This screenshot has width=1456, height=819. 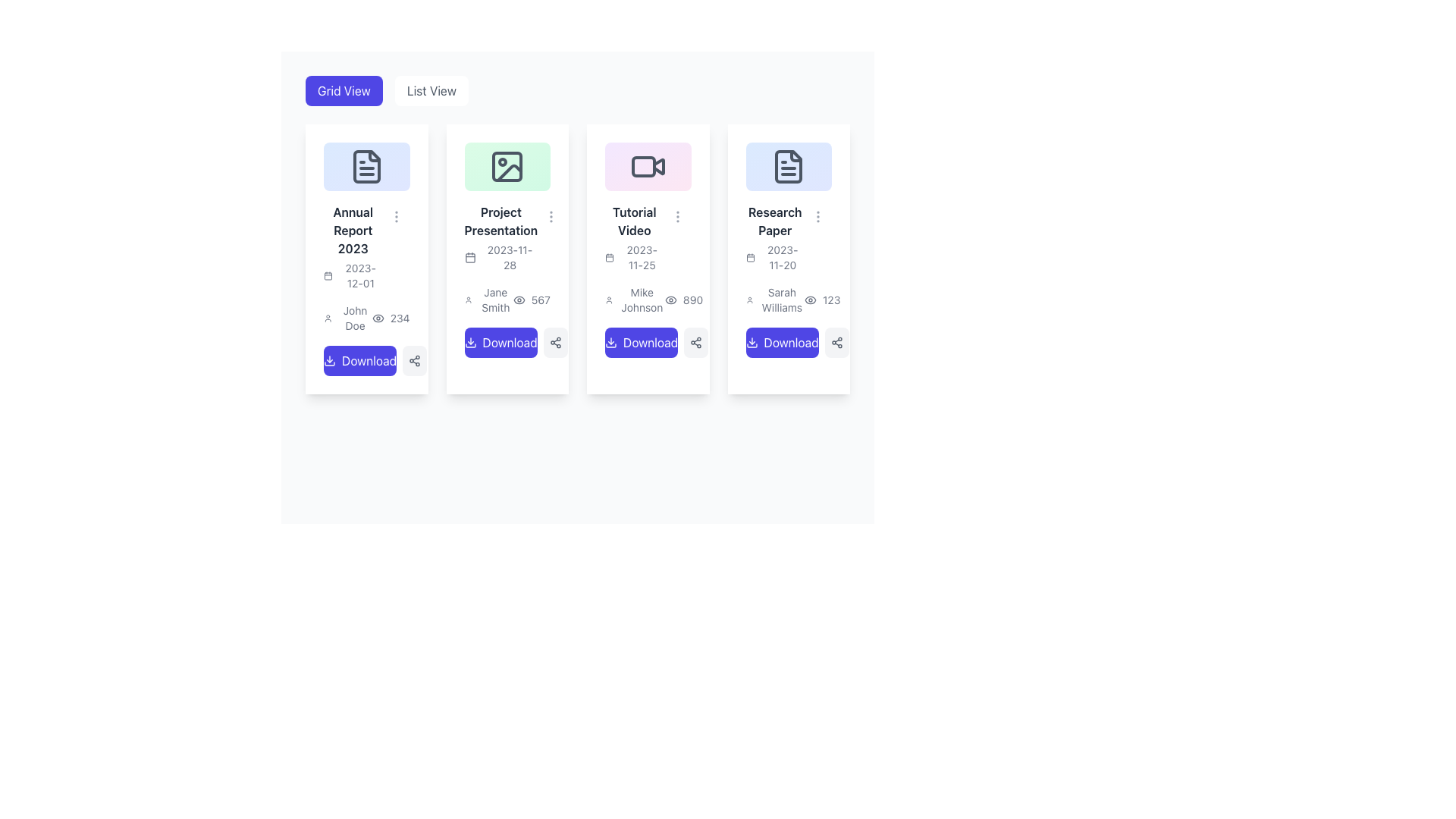 I want to click on the Information card with a download button, which is the second card from the left in a horizontal group of similar cards, so click(x=507, y=249).